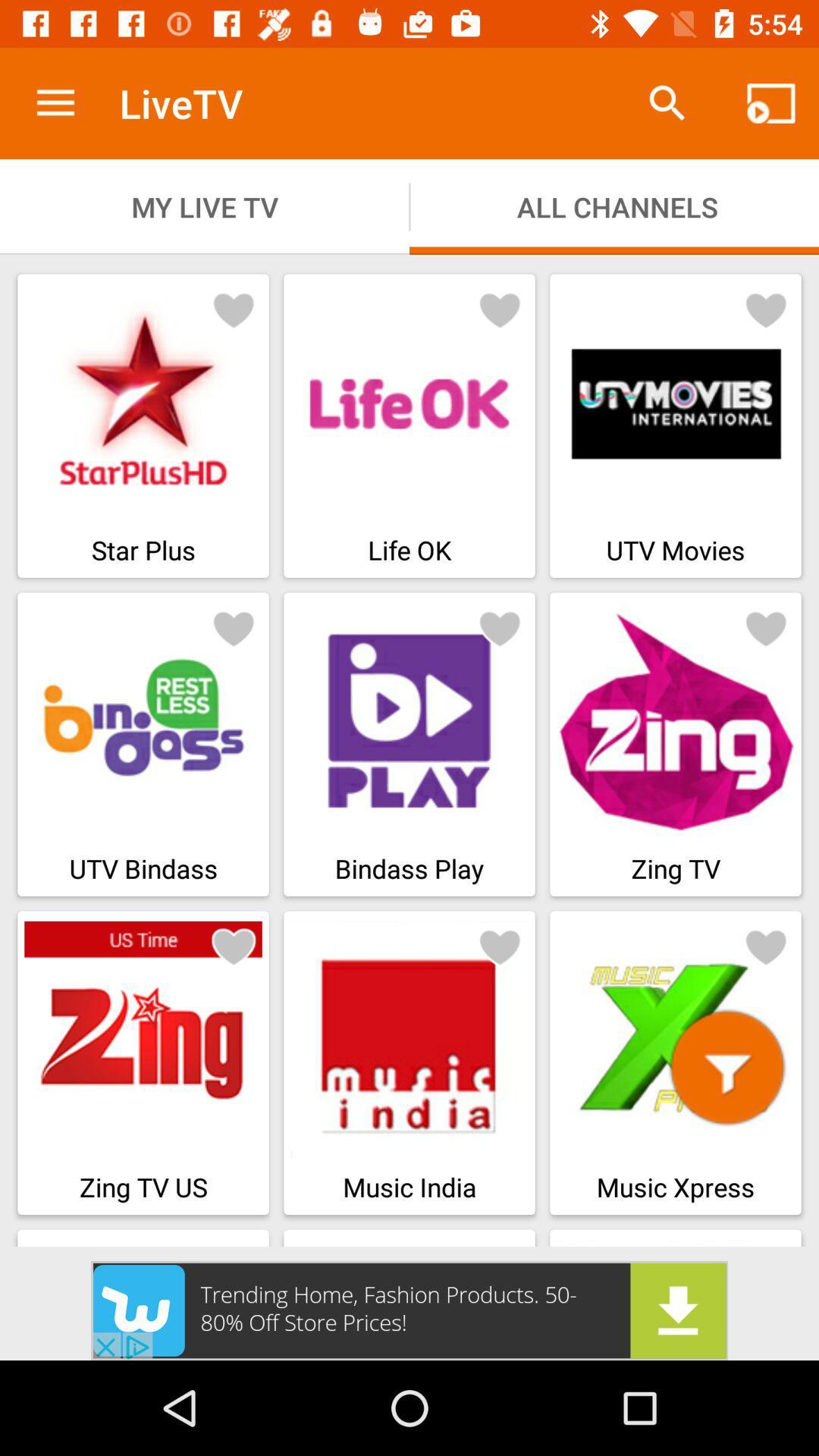  Describe the element at coordinates (234, 946) in the screenshot. I see `to add in favourite channel` at that location.